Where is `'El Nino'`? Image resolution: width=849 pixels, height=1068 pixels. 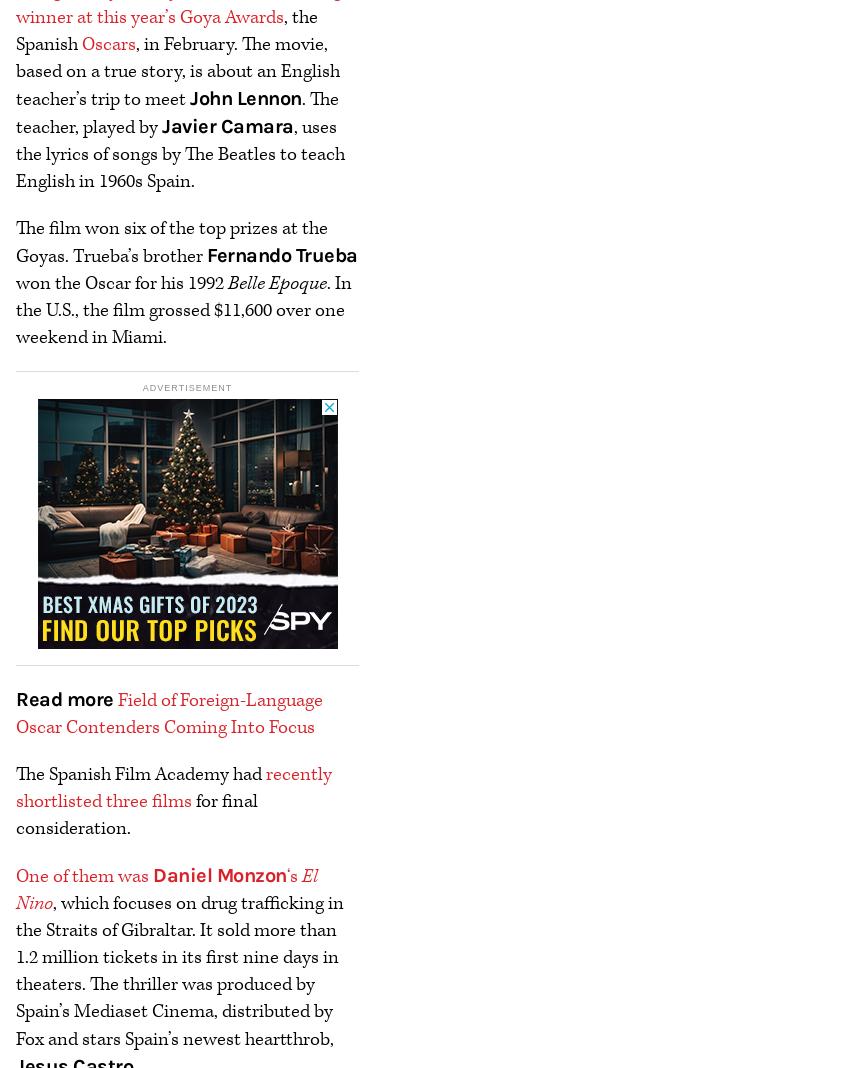
'El Nino' is located at coordinates (166, 888).